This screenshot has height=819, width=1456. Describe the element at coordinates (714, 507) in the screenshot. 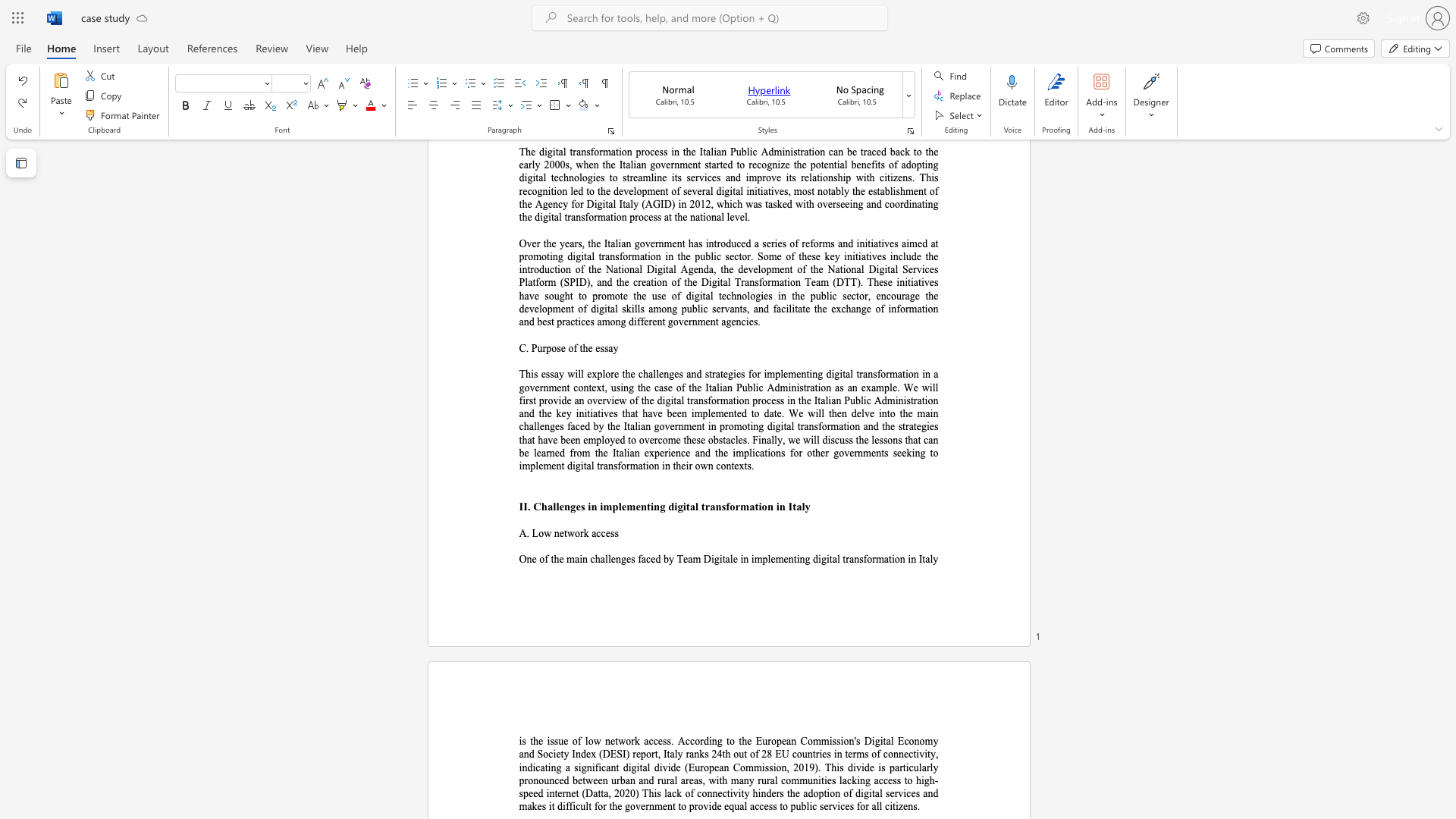

I see `the subset text "nsform" within the text "II. Challenges in implementing digital transformation in Italy"` at that location.